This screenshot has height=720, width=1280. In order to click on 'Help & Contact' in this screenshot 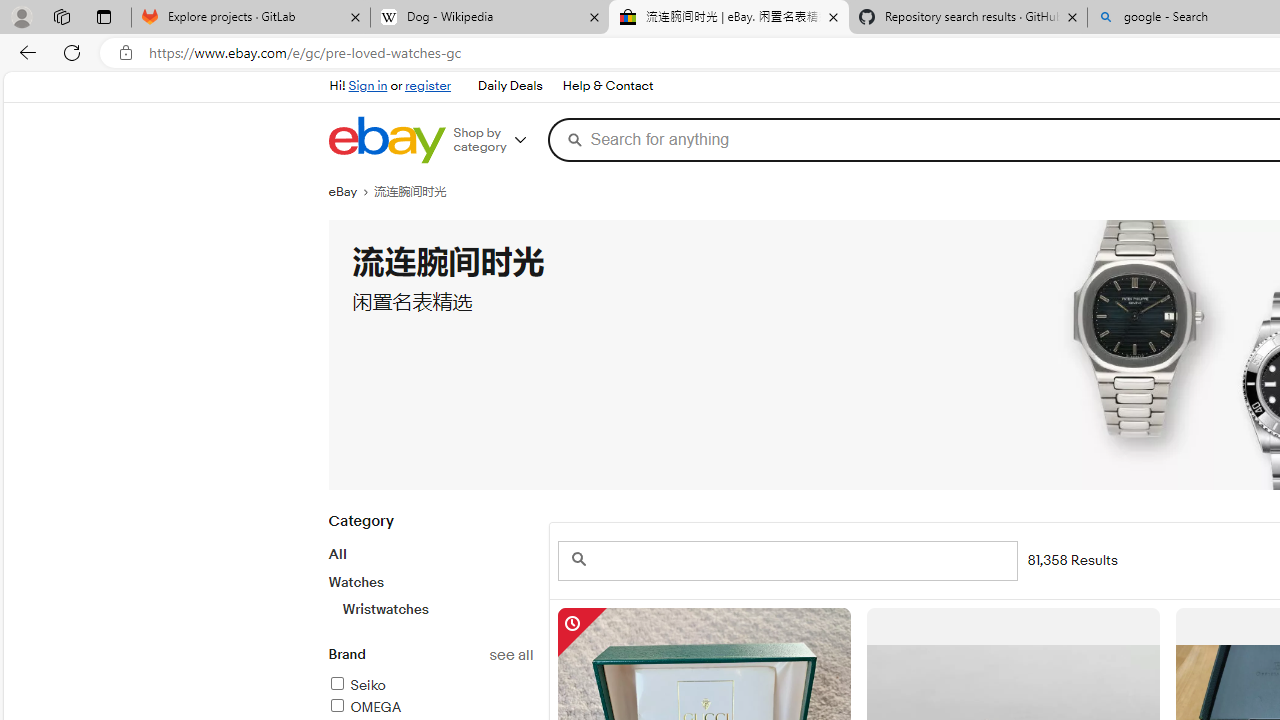, I will do `click(605, 85)`.